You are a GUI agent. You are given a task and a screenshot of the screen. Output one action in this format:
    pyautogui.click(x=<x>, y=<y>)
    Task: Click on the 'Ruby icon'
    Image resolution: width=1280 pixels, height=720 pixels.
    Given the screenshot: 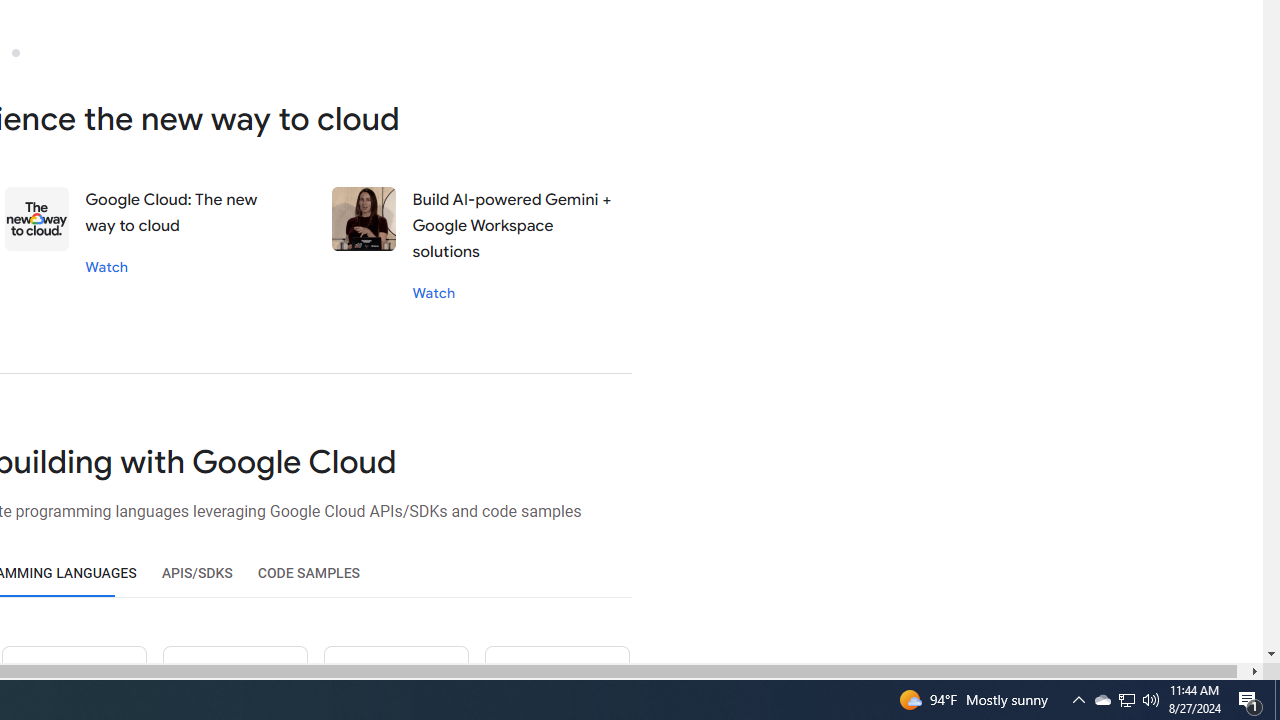 What is the action you would take?
    pyautogui.click(x=235, y=681)
    